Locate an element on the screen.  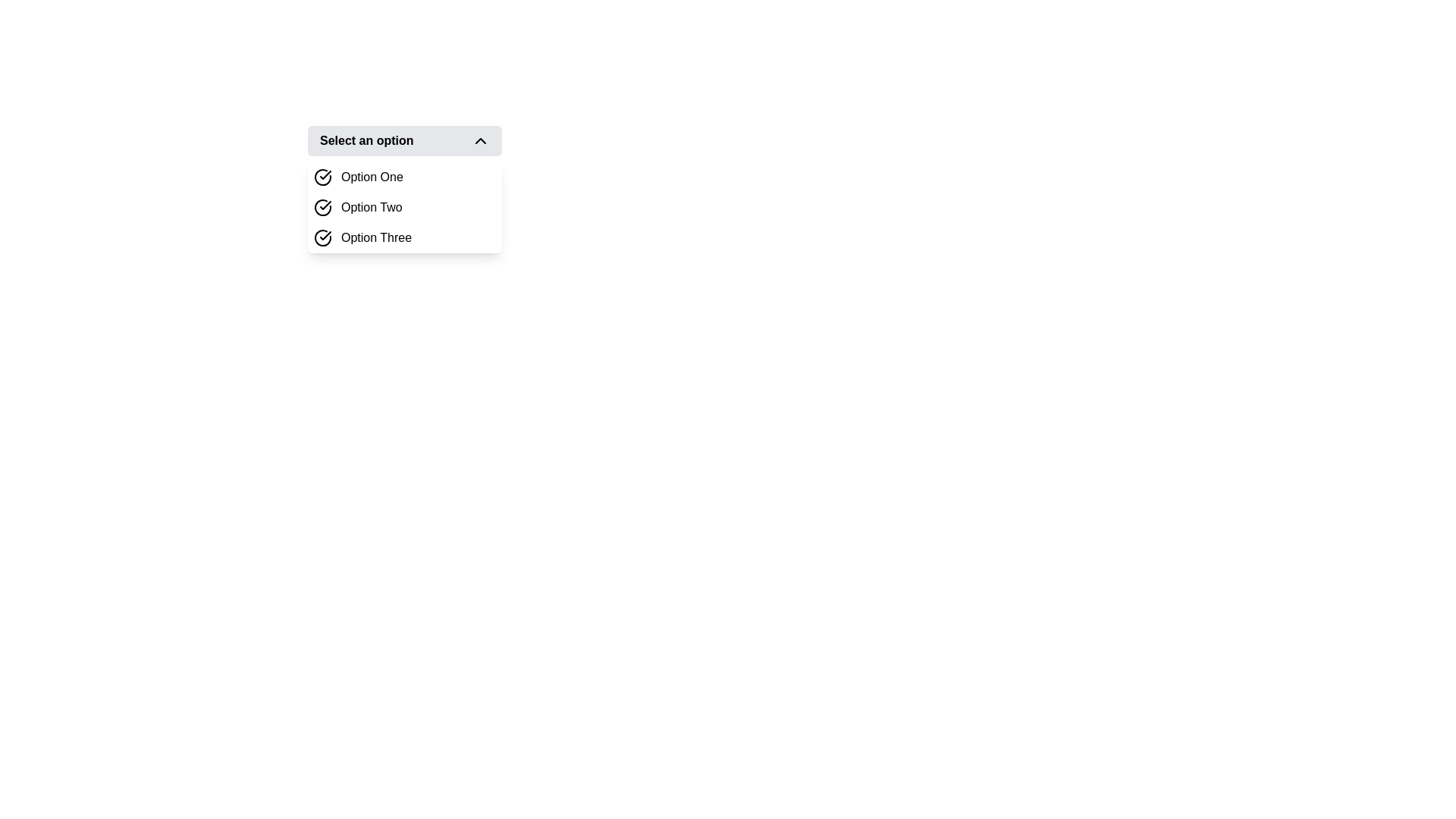
the circled checkmark icon located beside the 'Option Two' label in the dropdown menu is located at coordinates (322, 207).